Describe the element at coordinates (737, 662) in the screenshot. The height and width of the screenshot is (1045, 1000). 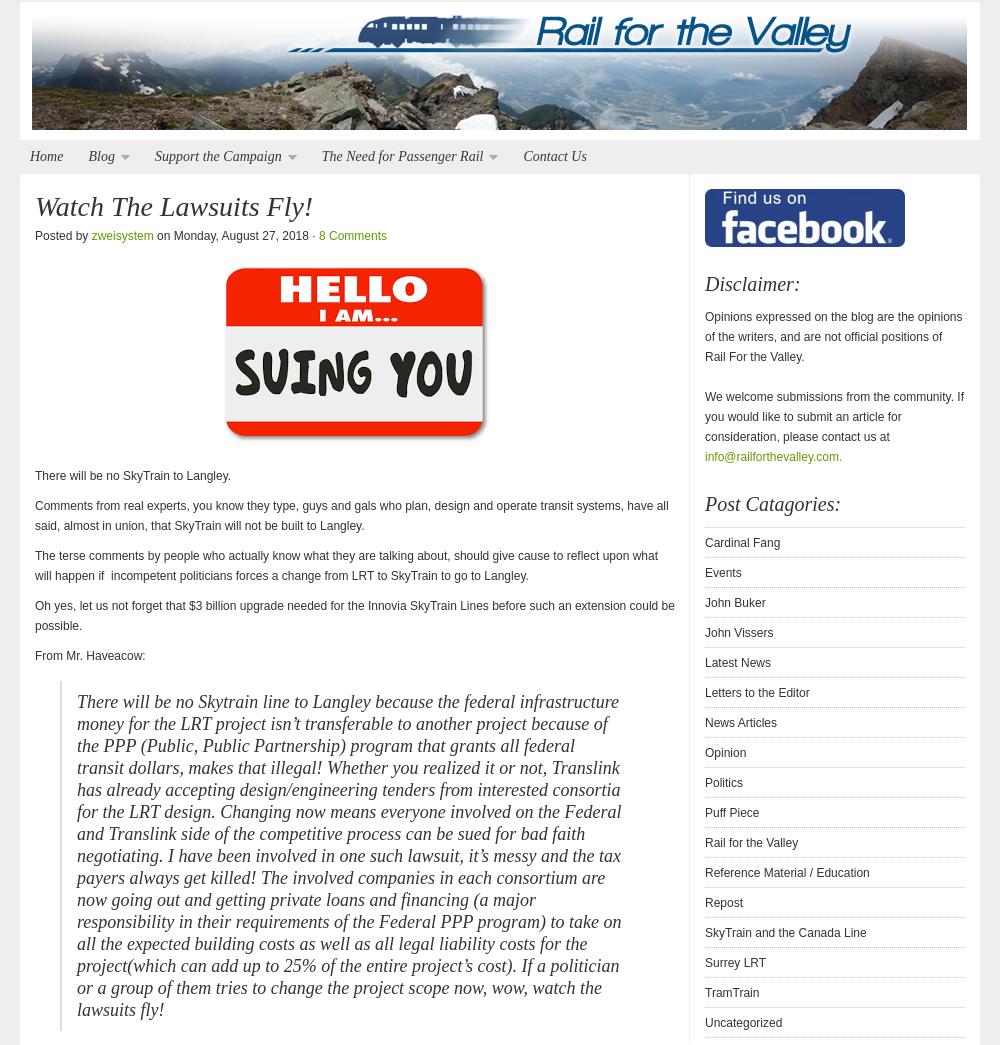
I see `'Latest News'` at that location.